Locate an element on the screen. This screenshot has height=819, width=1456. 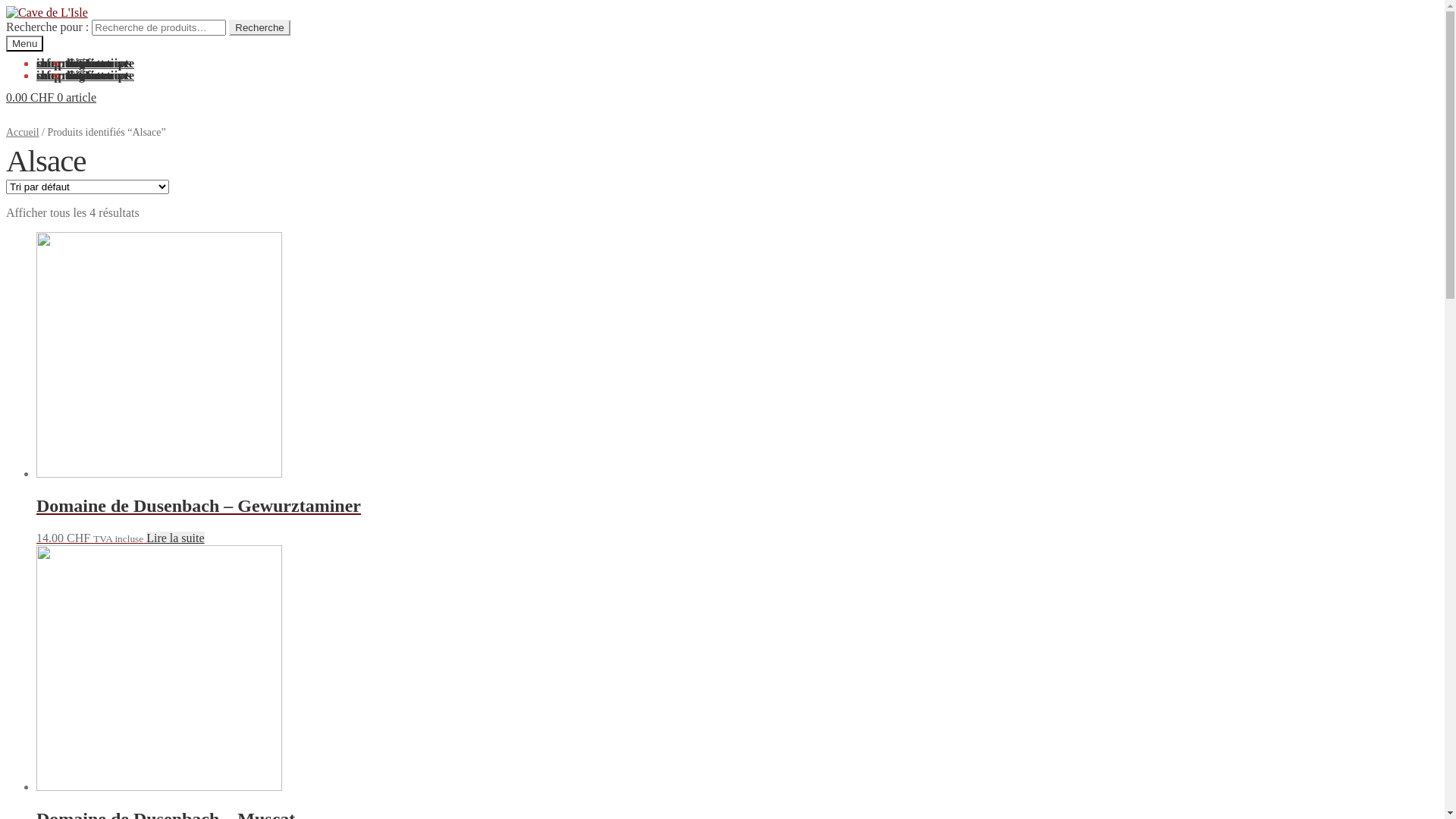
'0.00 CHF 0 article' is located at coordinates (6, 97).